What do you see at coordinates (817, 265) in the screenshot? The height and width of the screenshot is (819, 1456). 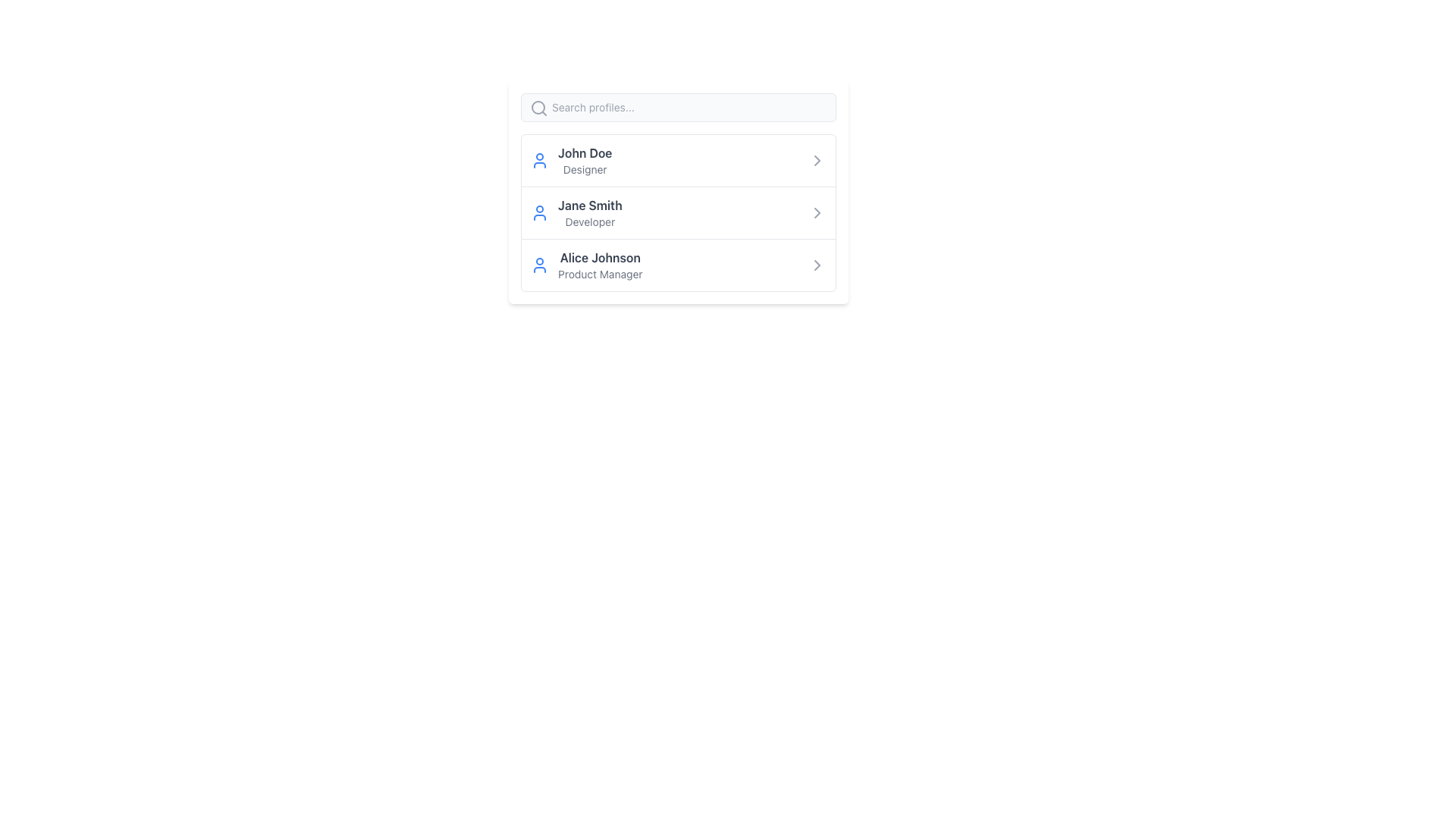 I see `the right-pointing chevron icon with a thin and rounded outline, located at the rightmost side of the row containing 'Alice Johnson'` at bounding box center [817, 265].